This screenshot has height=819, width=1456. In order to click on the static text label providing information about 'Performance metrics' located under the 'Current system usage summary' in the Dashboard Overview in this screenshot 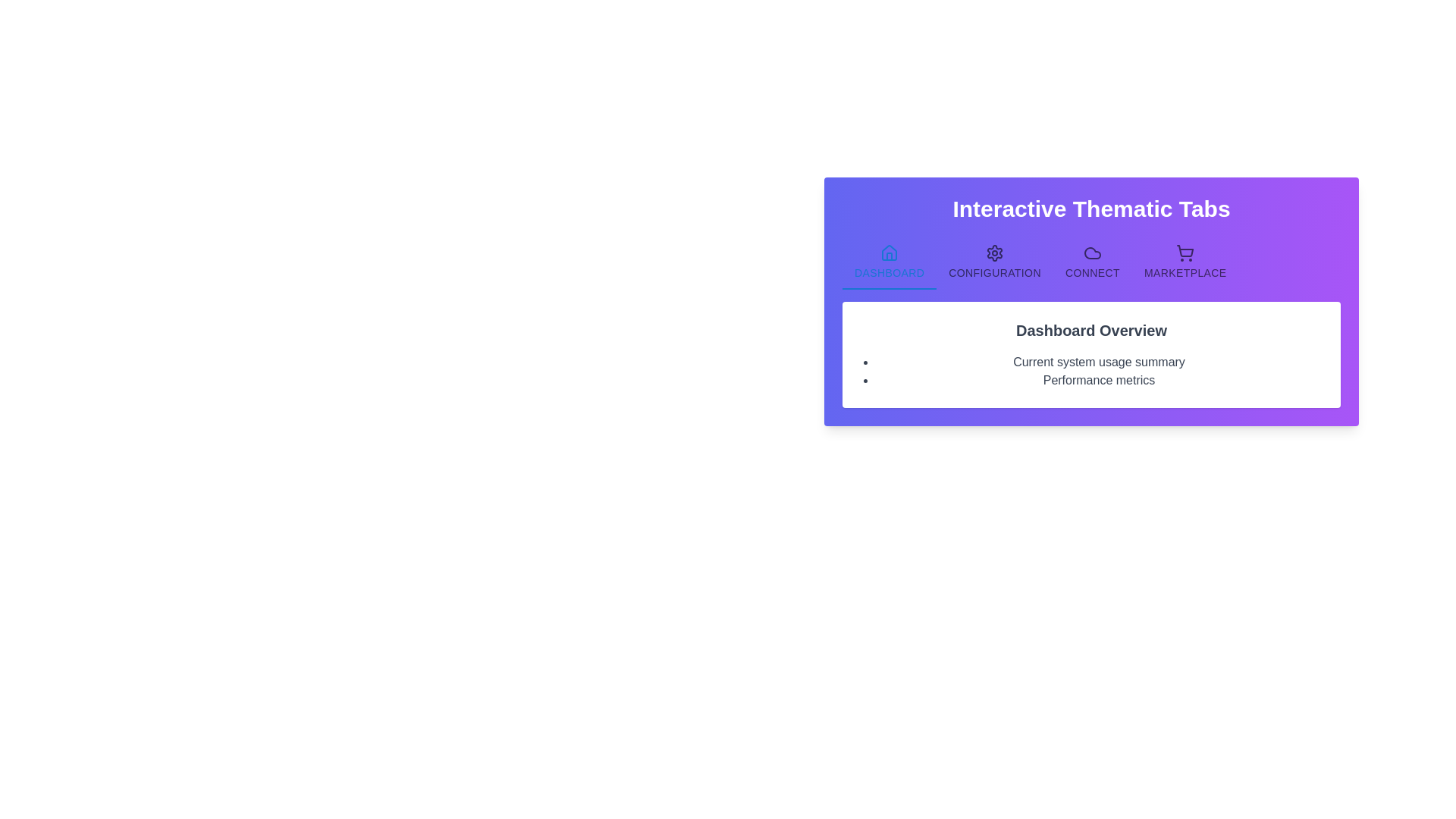, I will do `click(1099, 379)`.